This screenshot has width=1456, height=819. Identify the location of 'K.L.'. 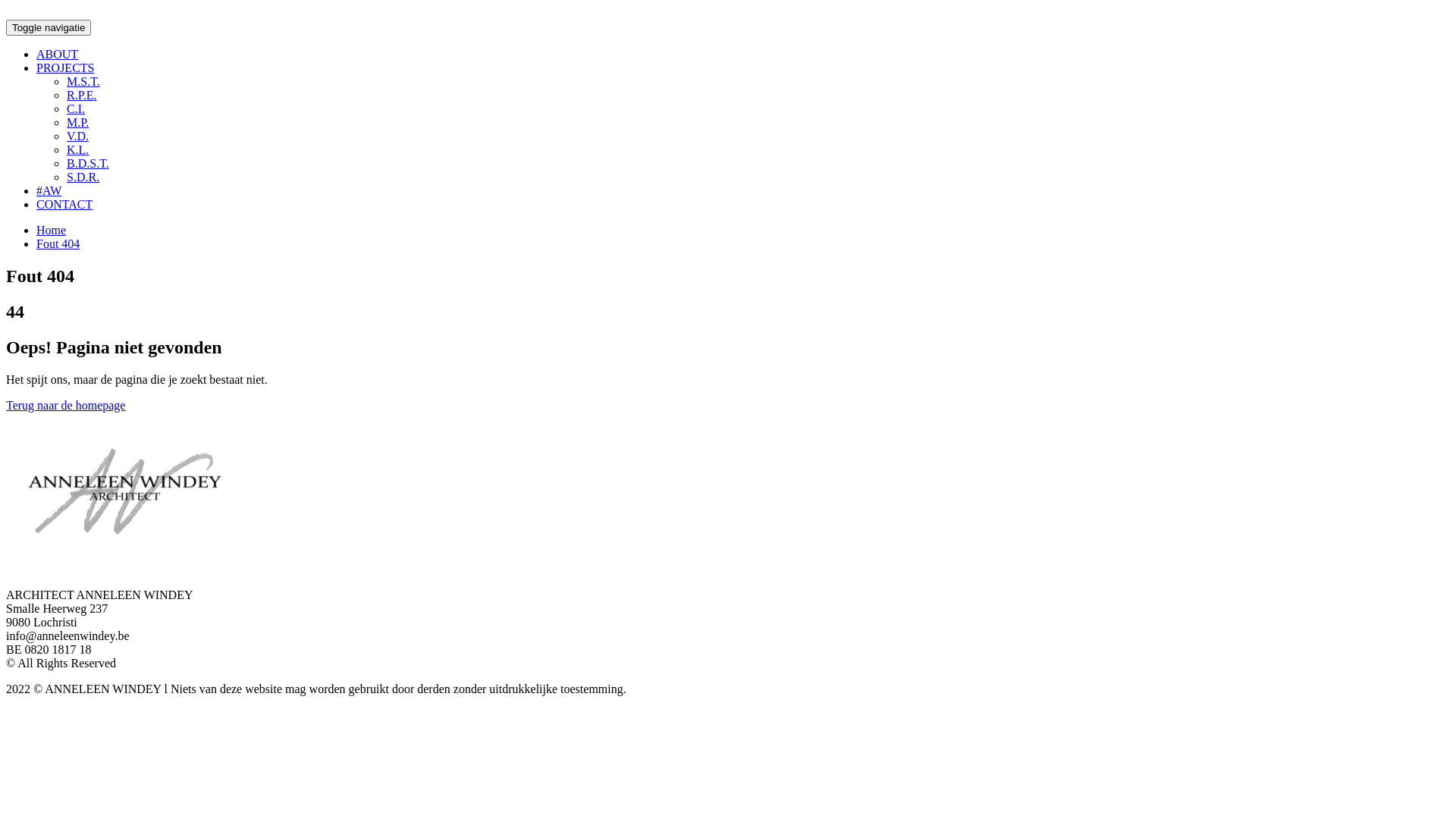
(77, 149).